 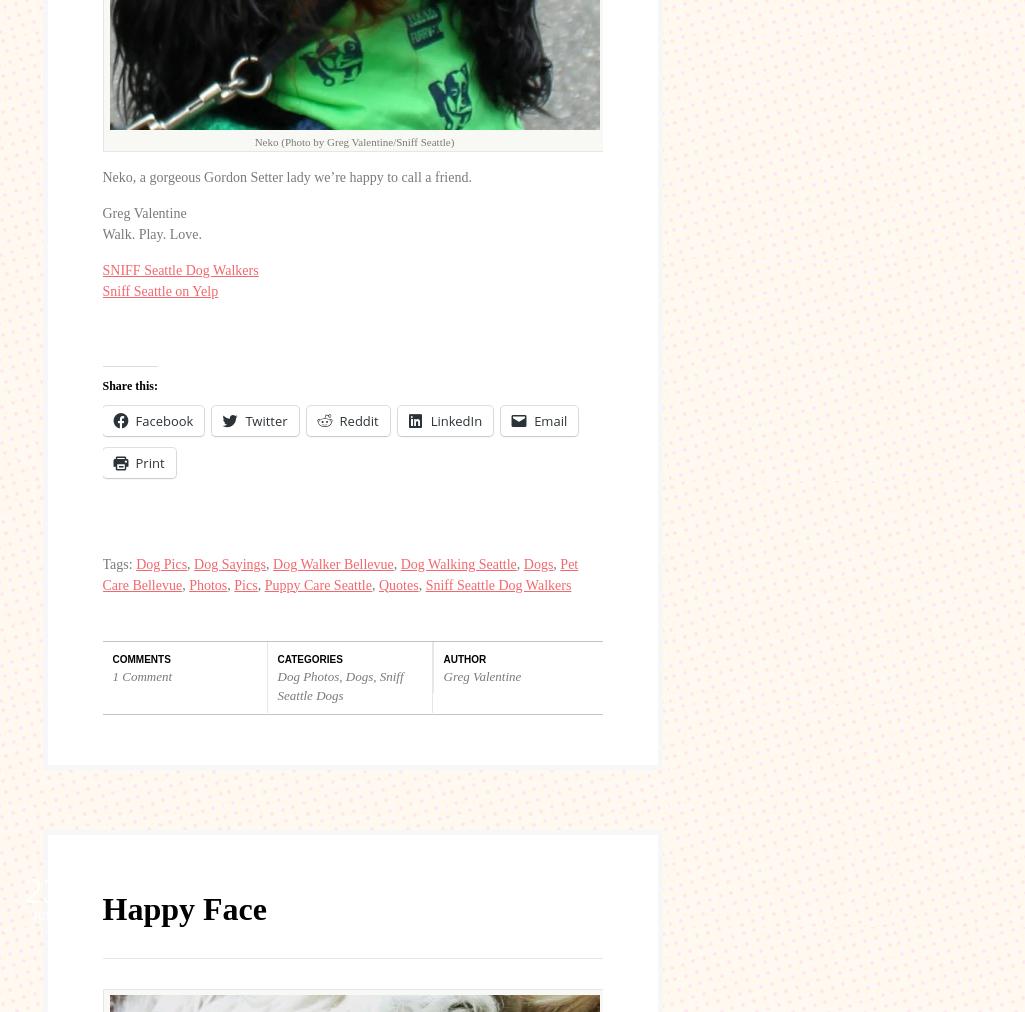 I want to click on '23', so click(x=43, y=889).